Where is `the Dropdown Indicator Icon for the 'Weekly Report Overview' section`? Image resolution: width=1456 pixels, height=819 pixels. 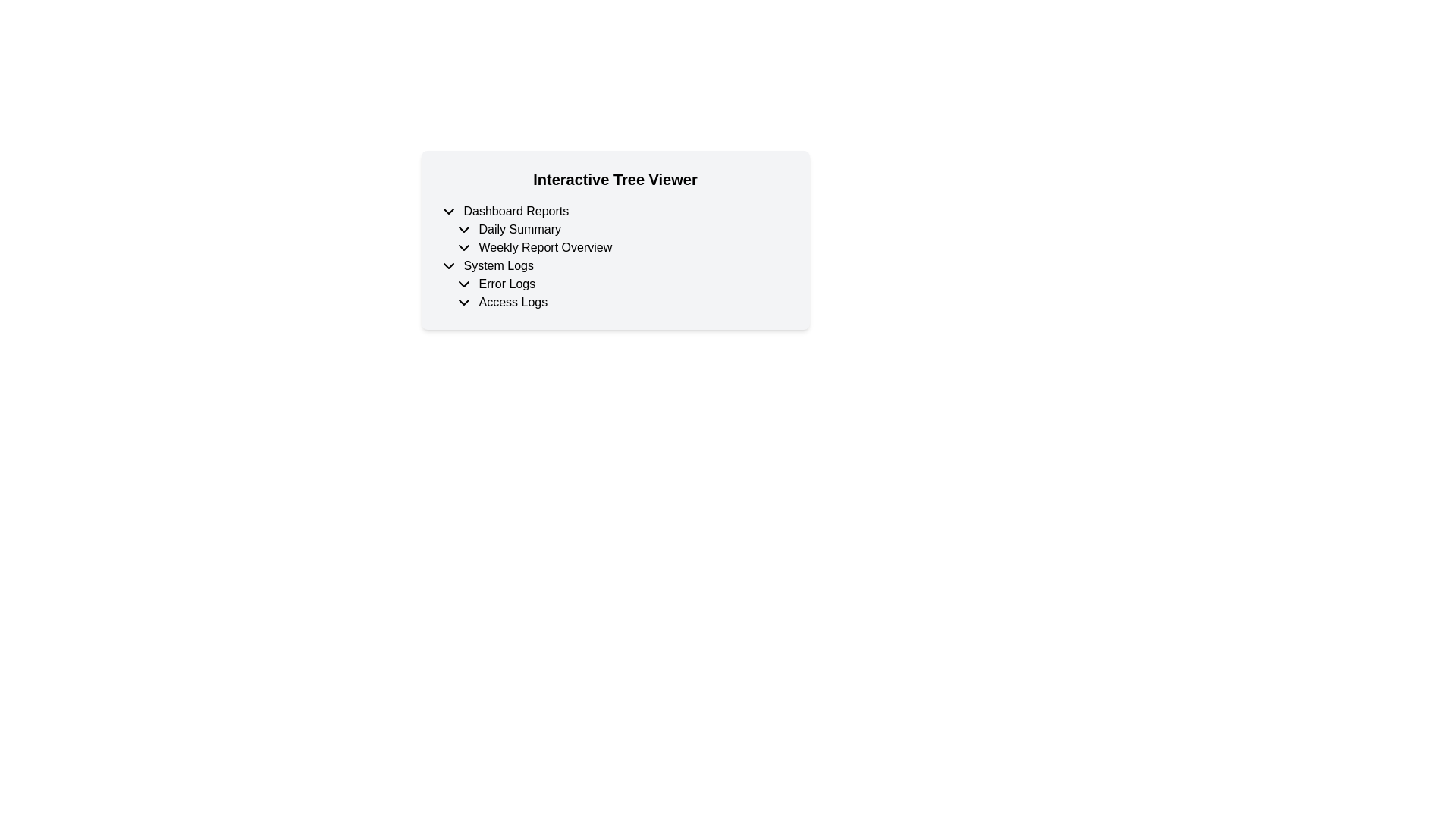
the Dropdown Indicator Icon for the 'Weekly Report Overview' section is located at coordinates (463, 247).